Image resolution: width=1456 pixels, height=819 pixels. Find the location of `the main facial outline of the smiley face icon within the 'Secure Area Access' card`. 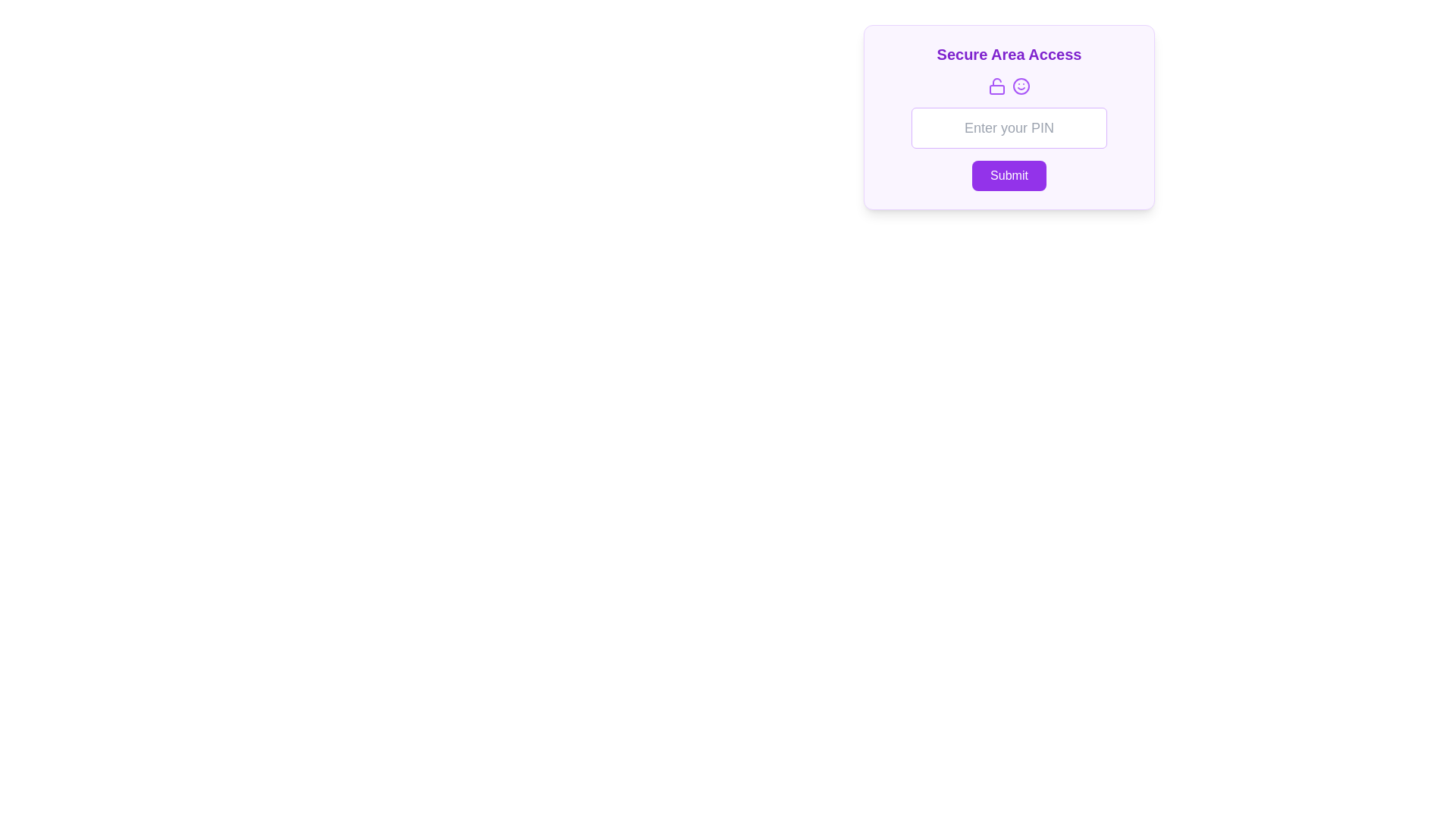

the main facial outline of the smiley face icon within the 'Secure Area Access' card is located at coordinates (1021, 86).